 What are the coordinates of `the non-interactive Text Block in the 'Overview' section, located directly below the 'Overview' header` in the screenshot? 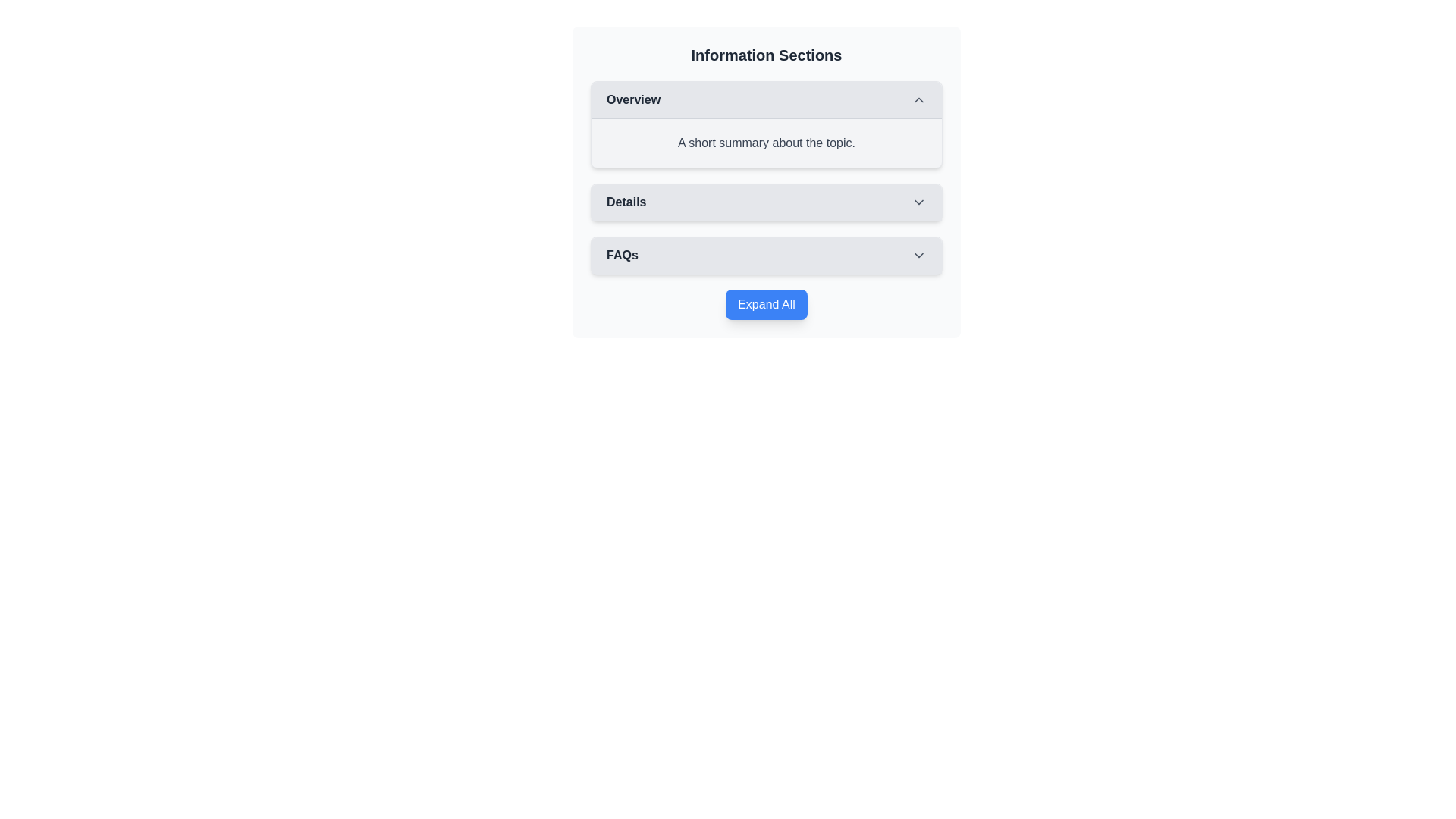 It's located at (767, 143).